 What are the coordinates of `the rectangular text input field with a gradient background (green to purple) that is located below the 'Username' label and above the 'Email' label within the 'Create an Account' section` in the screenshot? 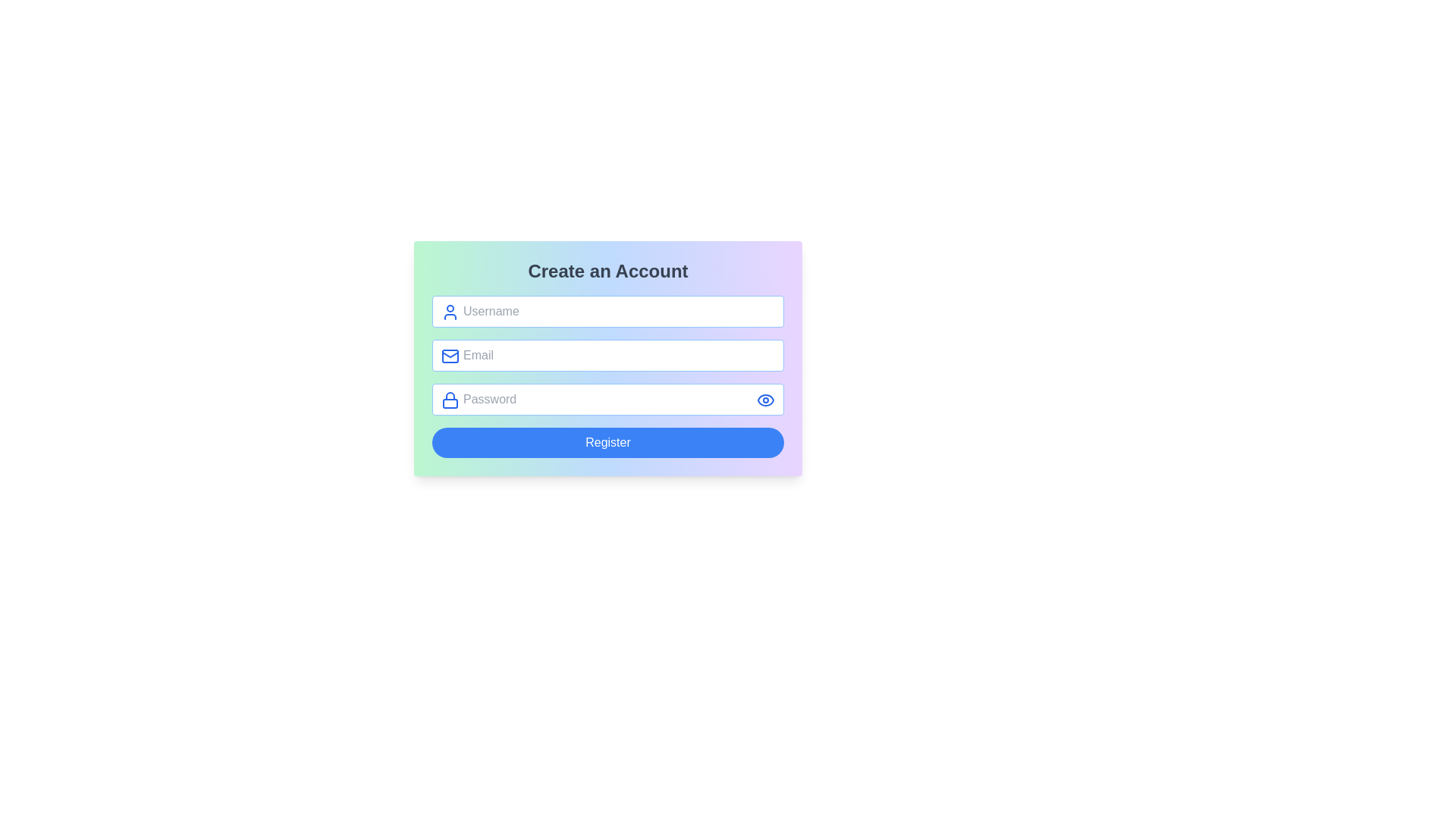 It's located at (607, 376).